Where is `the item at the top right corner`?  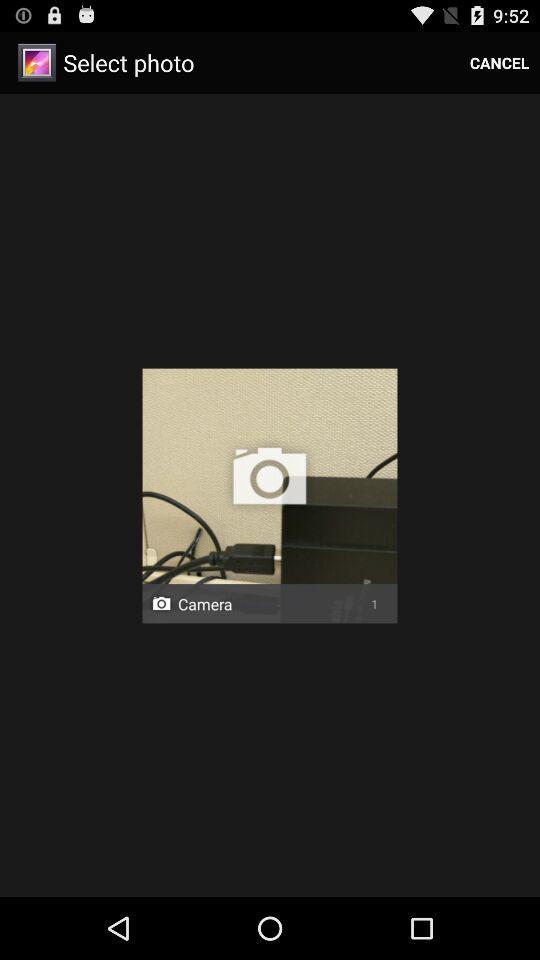
the item at the top right corner is located at coordinates (498, 62).